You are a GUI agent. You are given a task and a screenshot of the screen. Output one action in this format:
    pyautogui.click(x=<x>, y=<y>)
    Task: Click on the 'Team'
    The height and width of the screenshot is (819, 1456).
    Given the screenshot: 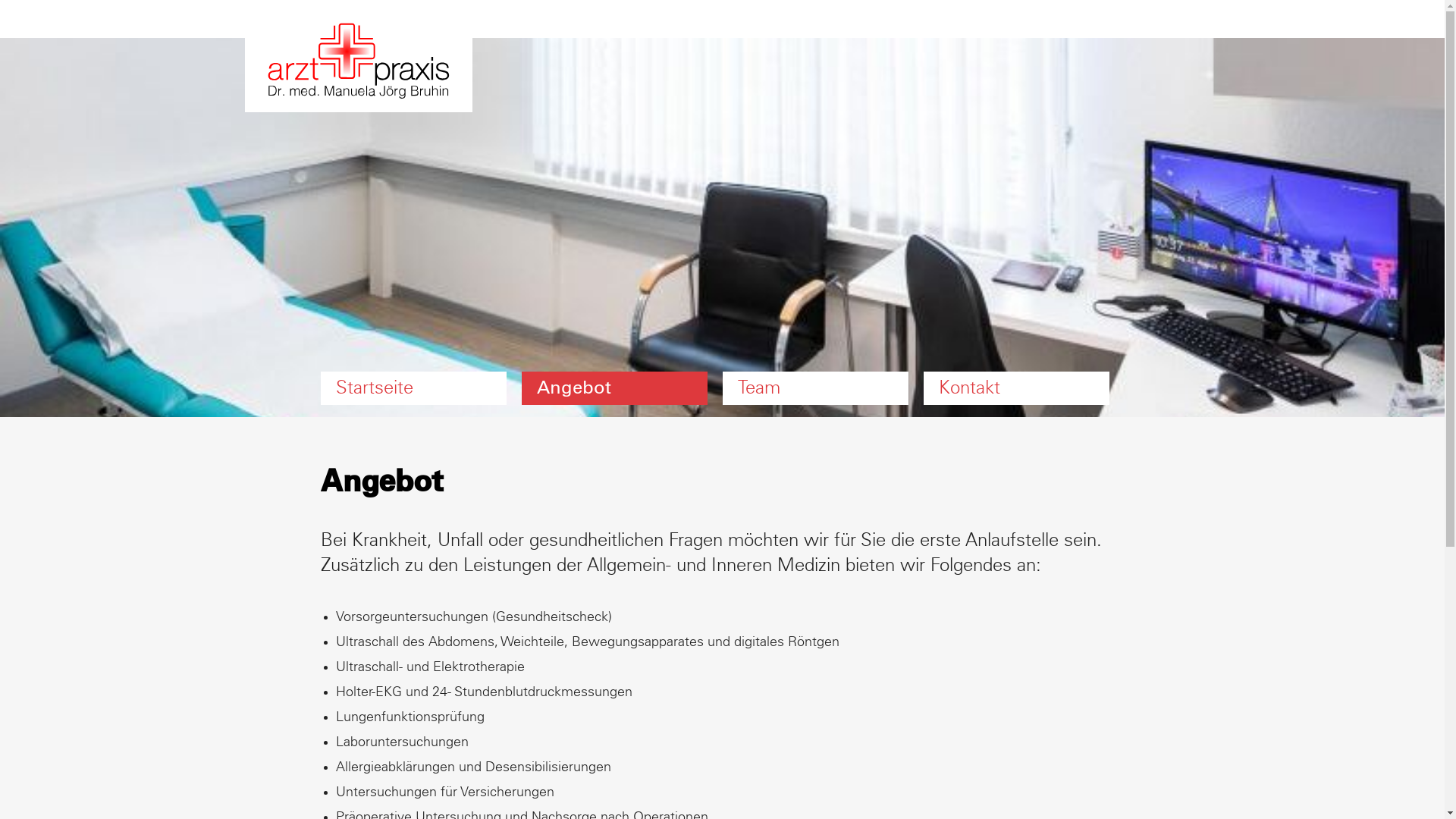 What is the action you would take?
    pyautogui.click(x=814, y=388)
    